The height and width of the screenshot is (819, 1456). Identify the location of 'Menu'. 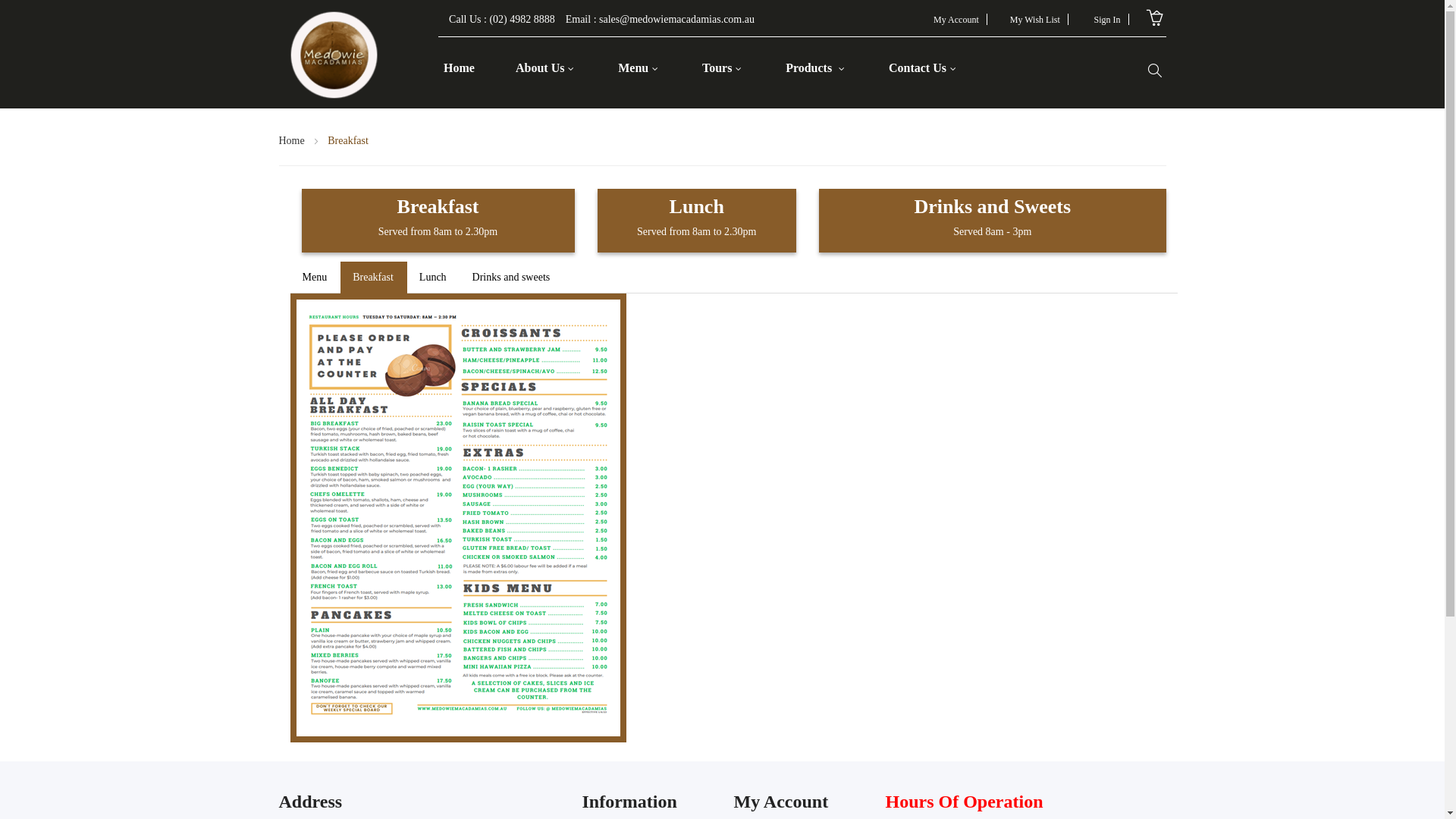
(638, 67).